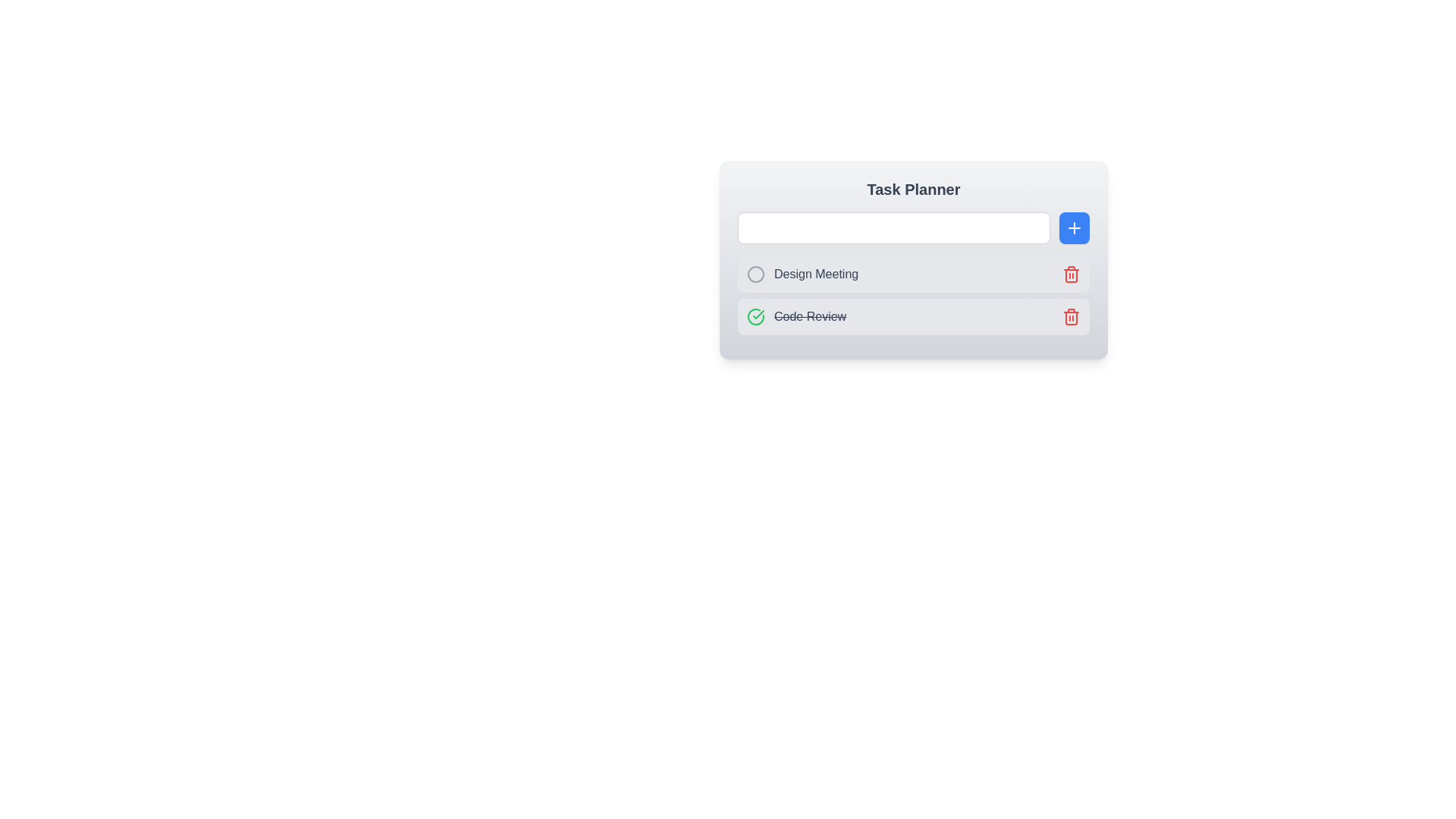  What do you see at coordinates (756, 275) in the screenshot?
I see `the circular SVG graphical element with a gray stroke located slightly above the 'Design Meeting' label in the task planner interface` at bounding box center [756, 275].